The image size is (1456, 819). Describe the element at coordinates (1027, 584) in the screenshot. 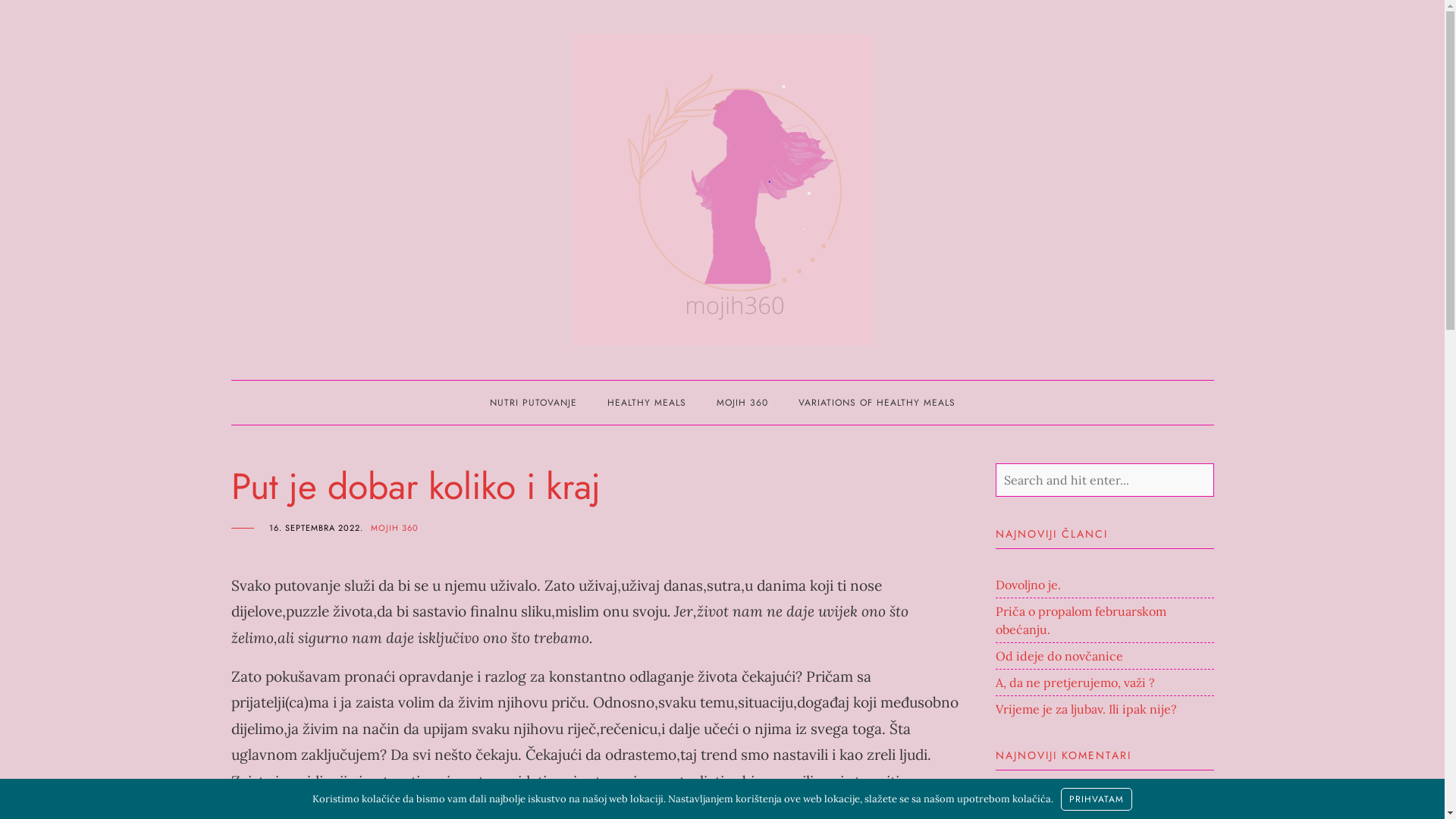

I see `'Dovoljno je.'` at that location.